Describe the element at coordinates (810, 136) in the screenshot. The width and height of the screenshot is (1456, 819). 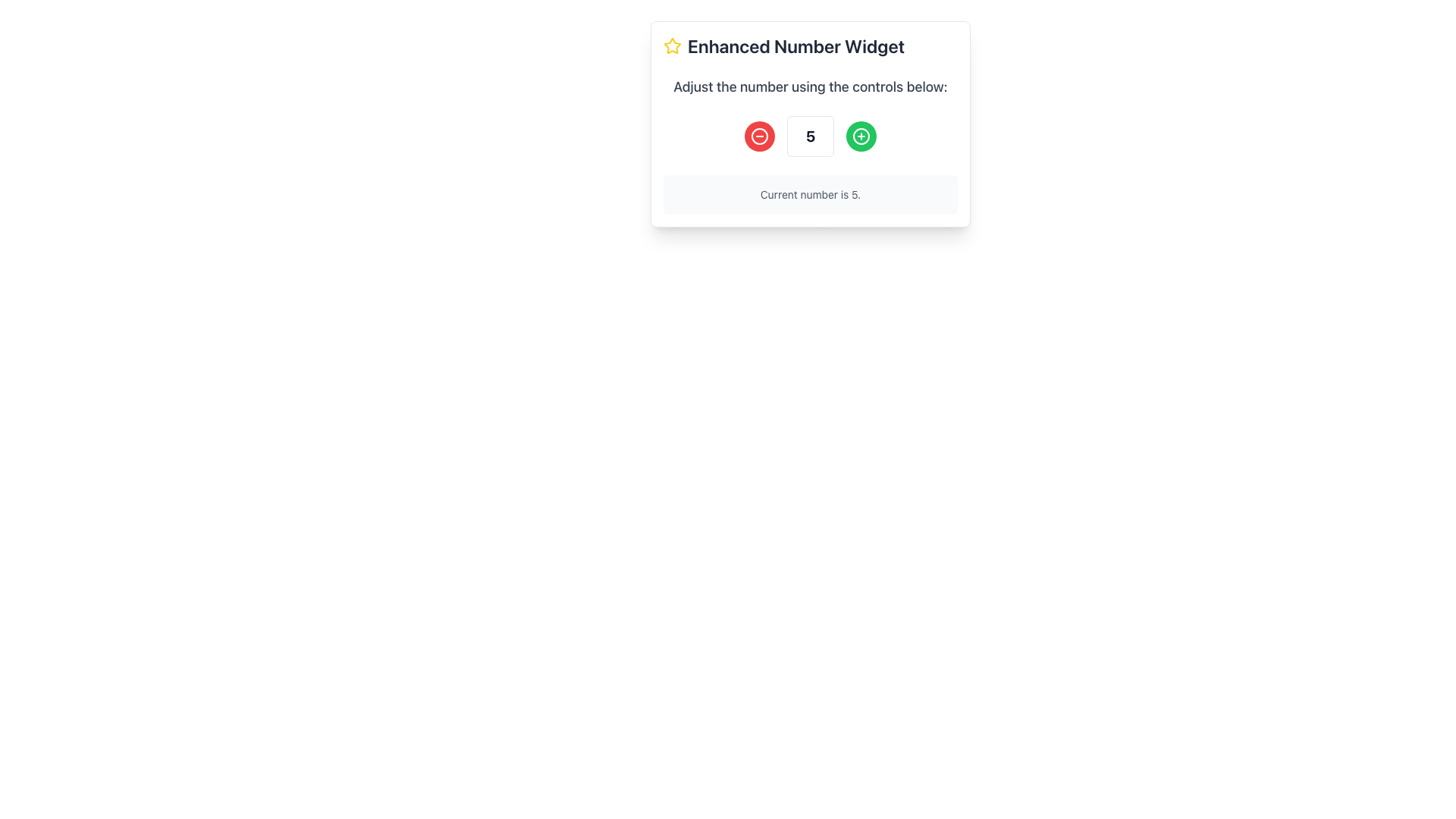
I see `the Text Display element that shows the current numerical value, located beneath the instruction text and between a red circular button and a green circular button` at that location.